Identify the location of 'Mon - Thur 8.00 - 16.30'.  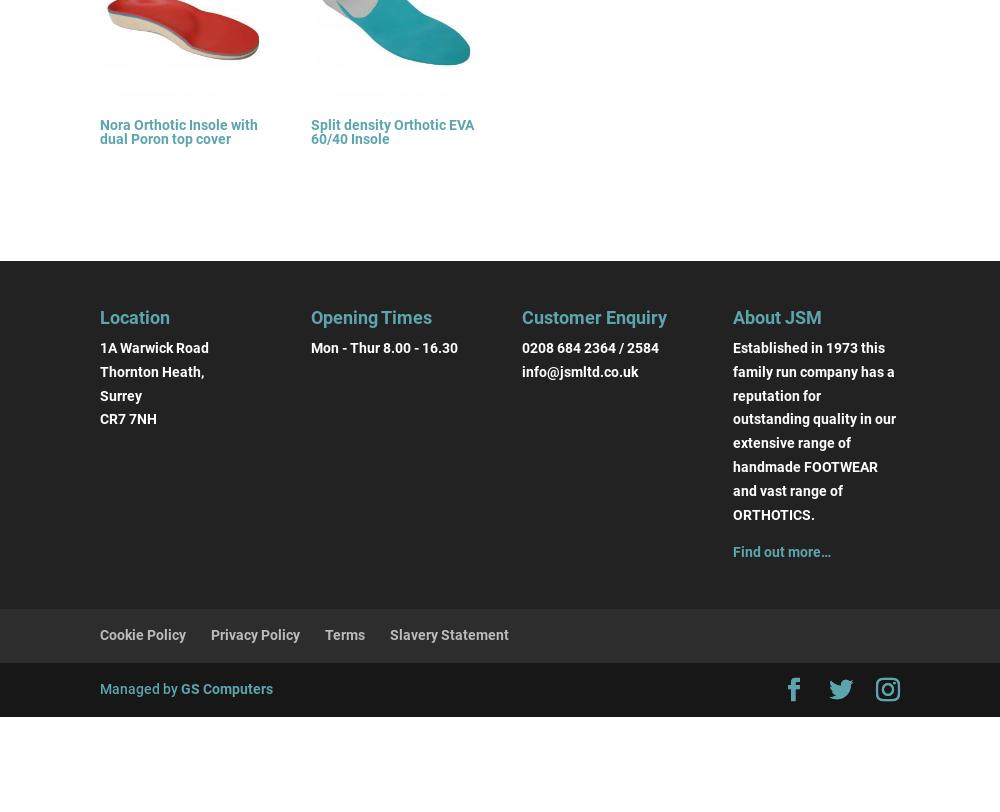
(384, 346).